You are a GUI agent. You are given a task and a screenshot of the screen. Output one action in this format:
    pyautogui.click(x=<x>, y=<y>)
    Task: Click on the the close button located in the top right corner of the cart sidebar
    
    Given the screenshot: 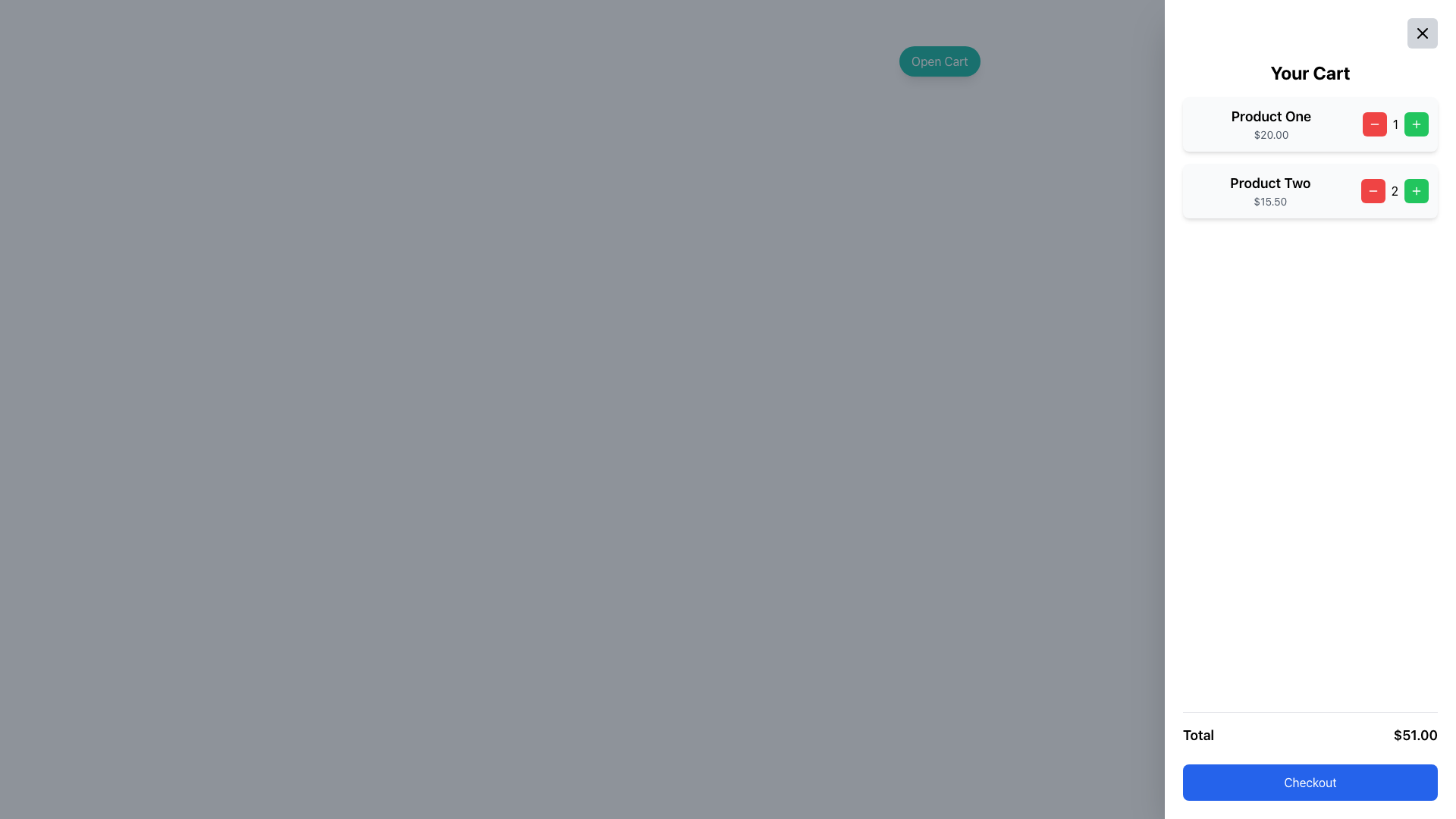 What is the action you would take?
    pyautogui.click(x=1422, y=33)
    